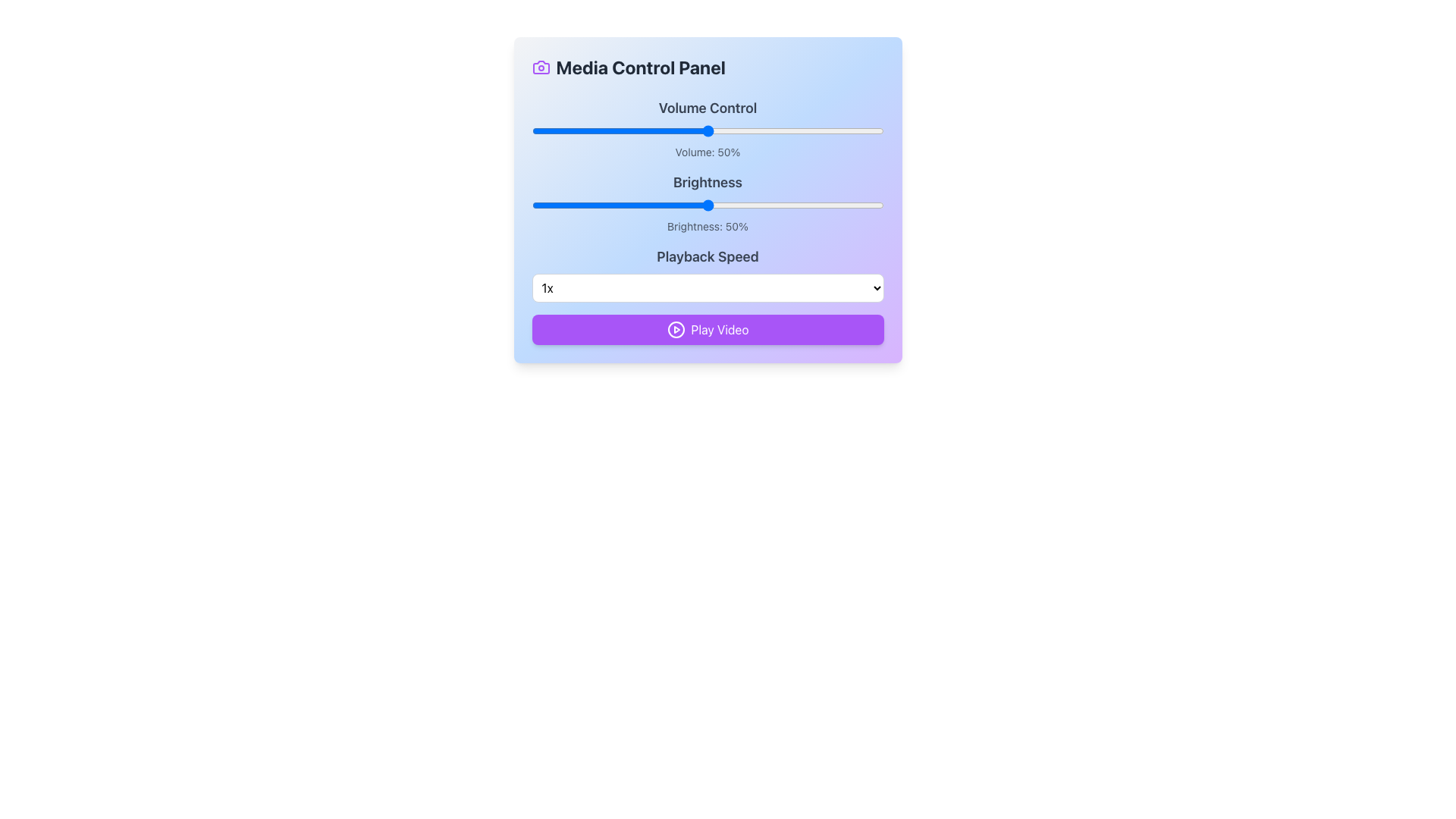  What do you see at coordinates (746, 205) in the screenshot?
I see `the brightness level` at bounding box center [746, 205].